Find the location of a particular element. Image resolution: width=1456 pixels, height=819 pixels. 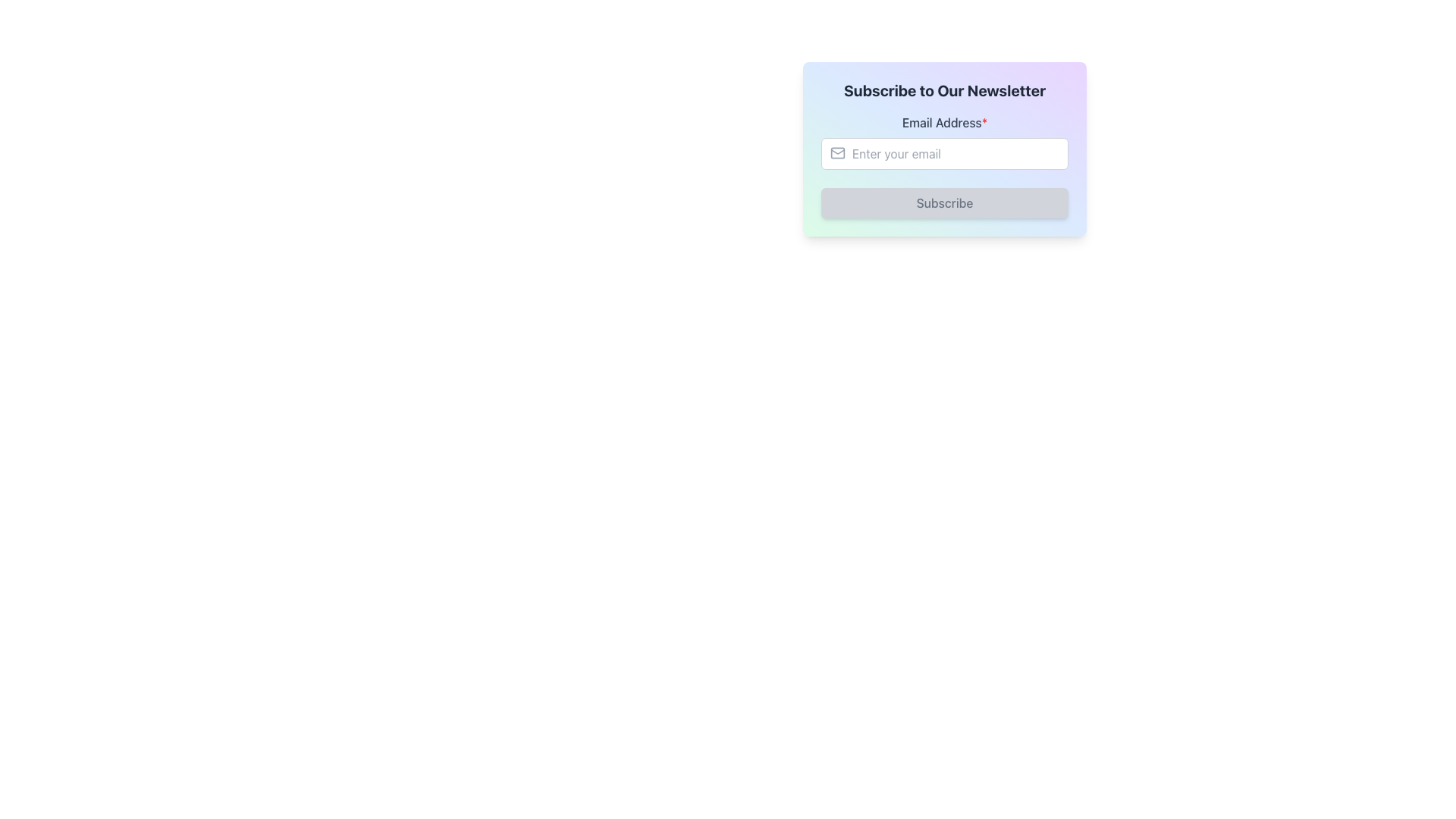

the rectangular icon within the envelope icon, which is part of the email functionalities in the subscription form is located at coordinates (836, 152).